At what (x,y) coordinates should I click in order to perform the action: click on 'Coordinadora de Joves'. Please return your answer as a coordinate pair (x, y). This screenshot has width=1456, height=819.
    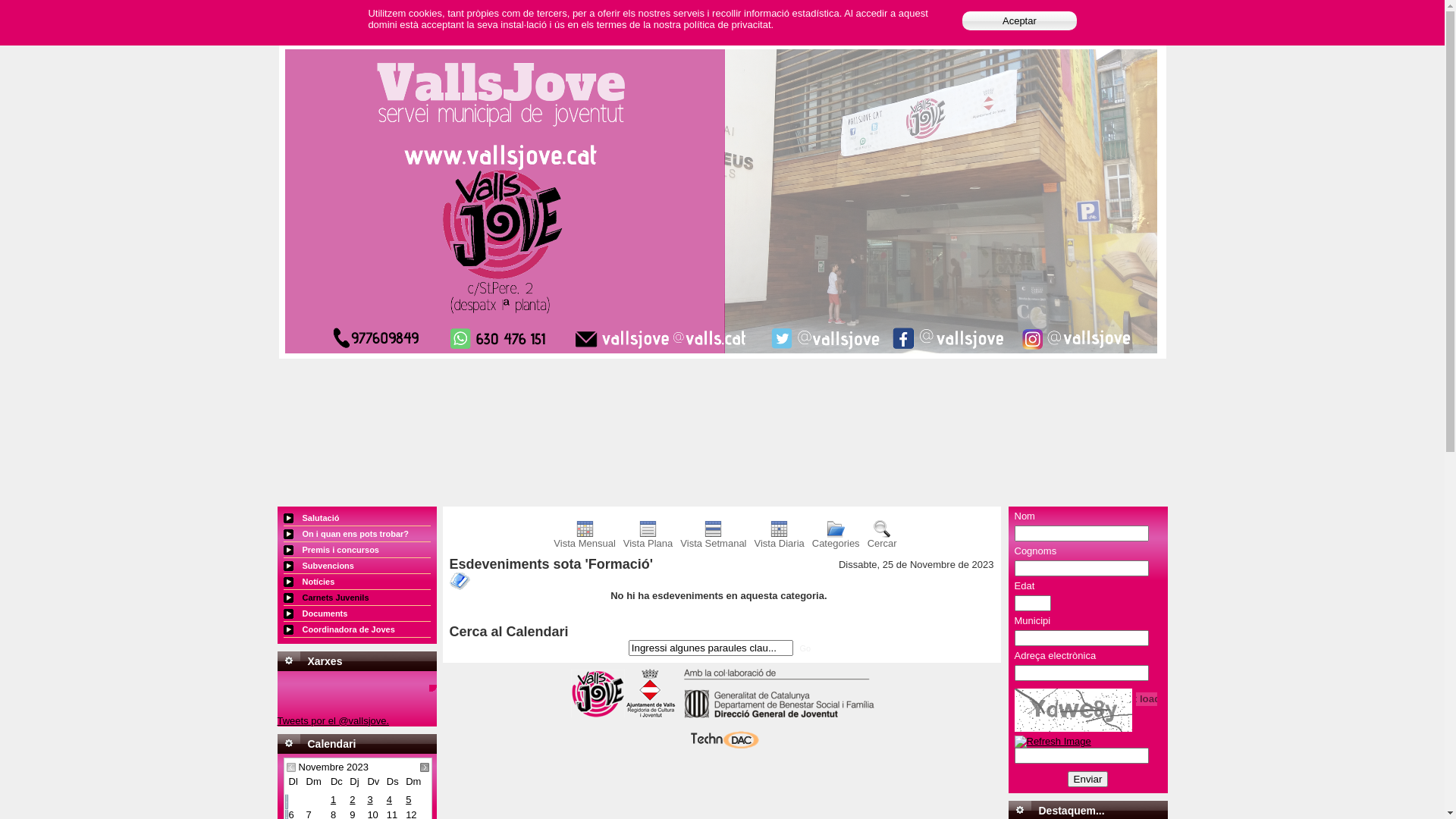
    Looking at the image, I should click on (356, 629).